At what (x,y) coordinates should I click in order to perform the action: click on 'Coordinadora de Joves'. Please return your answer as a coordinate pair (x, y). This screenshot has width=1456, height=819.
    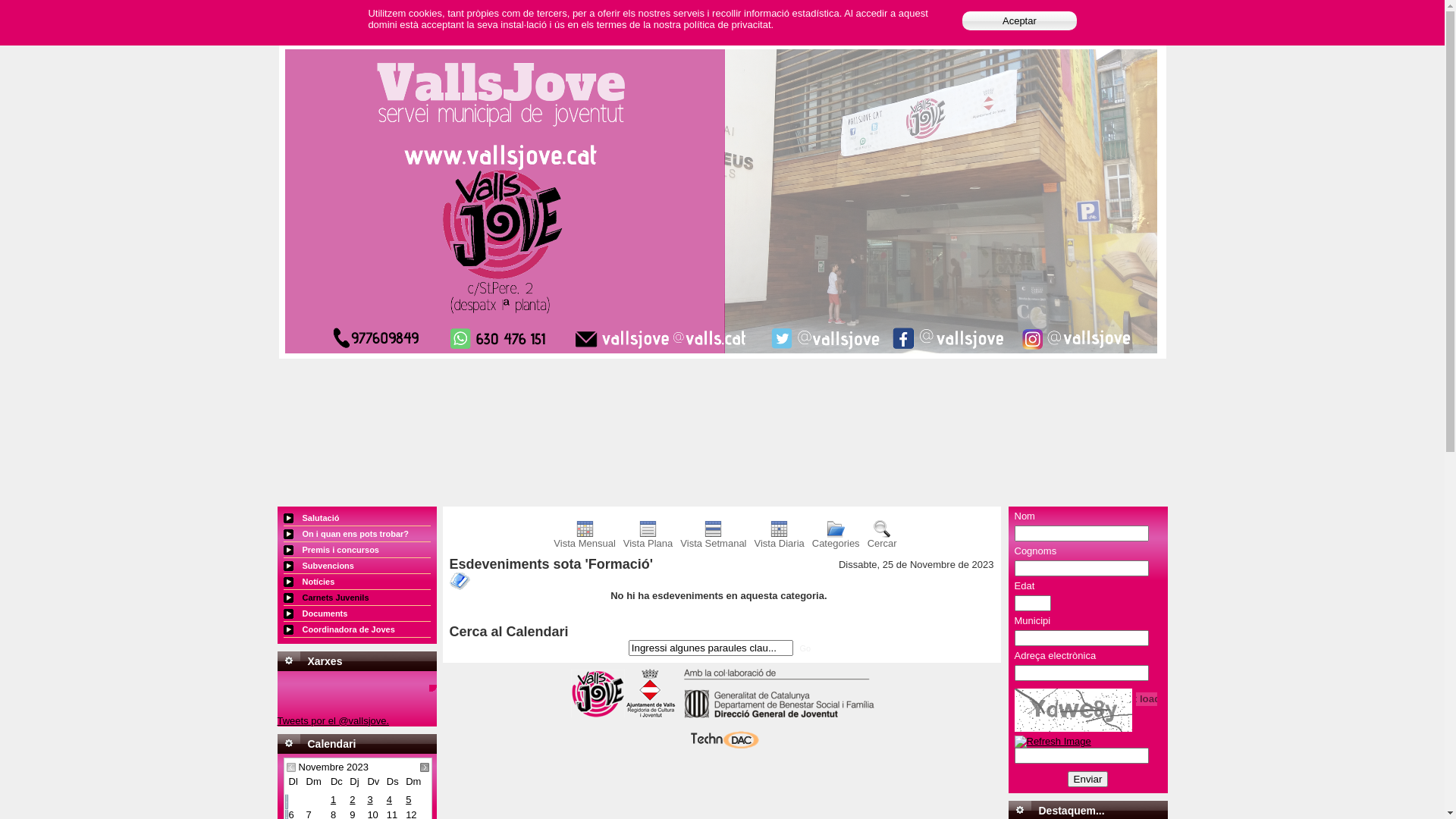
    Looking at the image, I should click on (356, 629).